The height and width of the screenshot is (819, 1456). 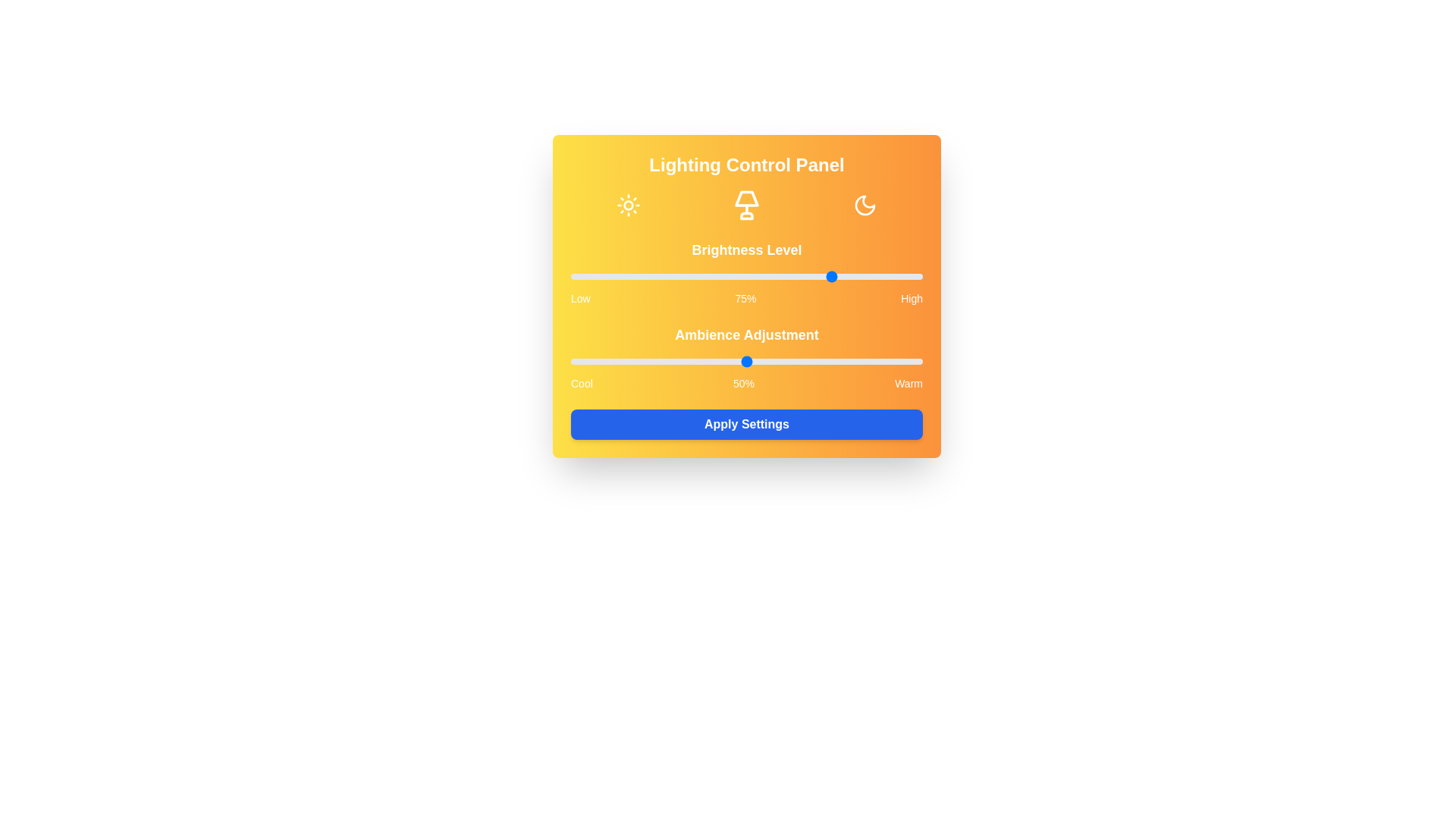 What do you see at coordinates (830, 277) in the screenshot?
I see `the brightness slider to set the brightness level to 74%` at bounding box center [830, 277].